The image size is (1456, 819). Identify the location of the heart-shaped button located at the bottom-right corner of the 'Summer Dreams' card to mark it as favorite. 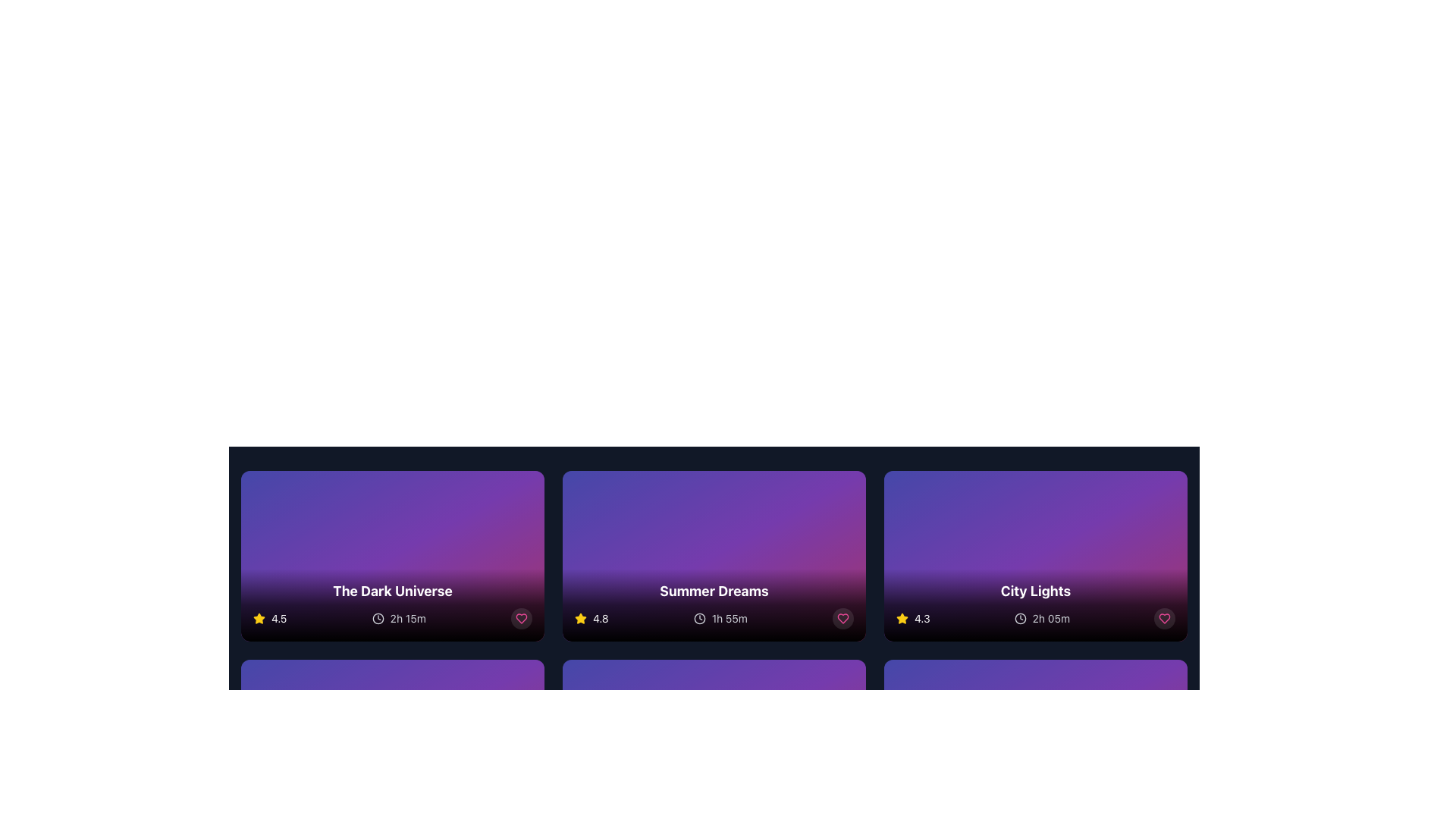
(843, 619).